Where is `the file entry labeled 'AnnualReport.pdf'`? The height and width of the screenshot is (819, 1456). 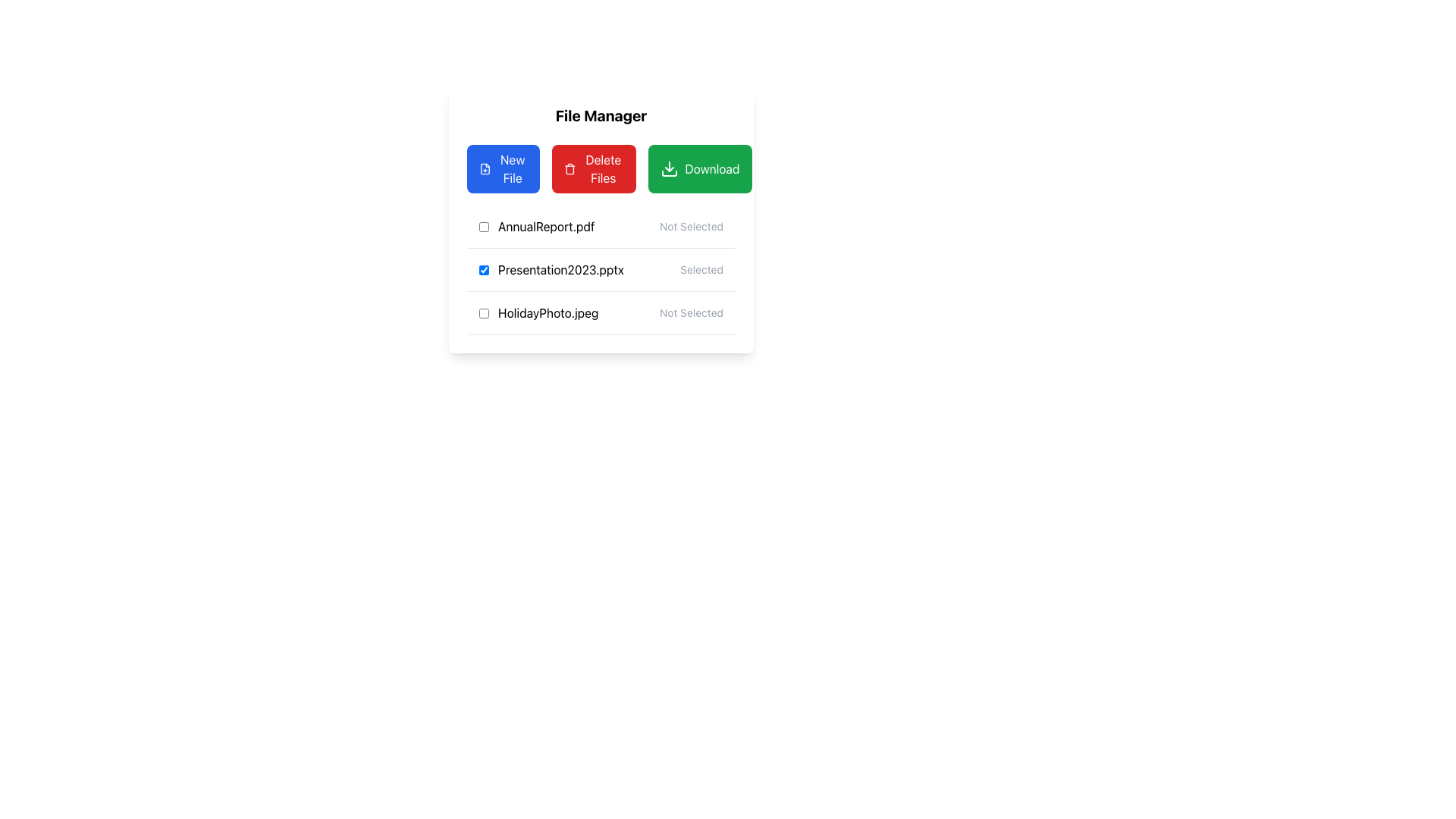
the file entry labeled 'AnnualReport.pdf' is located at coordinates (537, 227).